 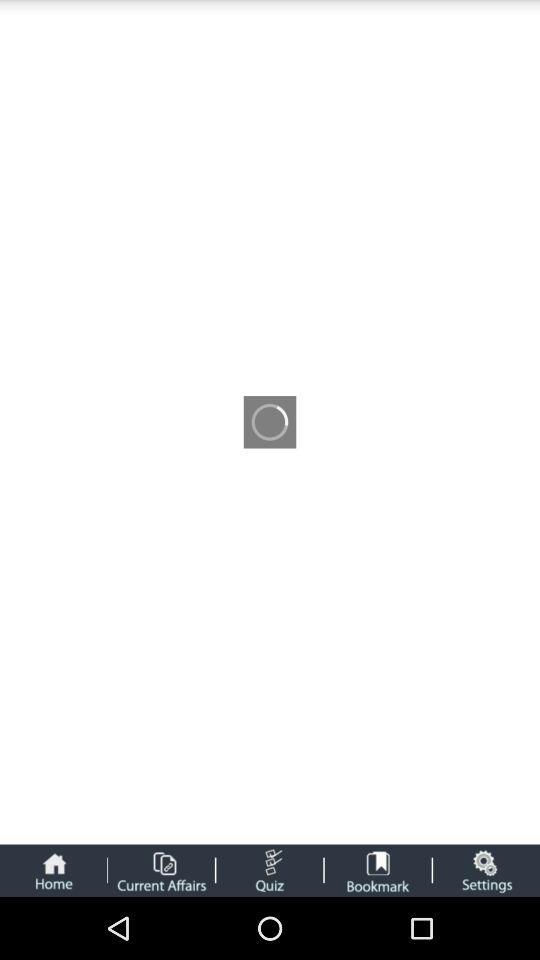 I want to click on bookmark button, so click(x=378, y=869).